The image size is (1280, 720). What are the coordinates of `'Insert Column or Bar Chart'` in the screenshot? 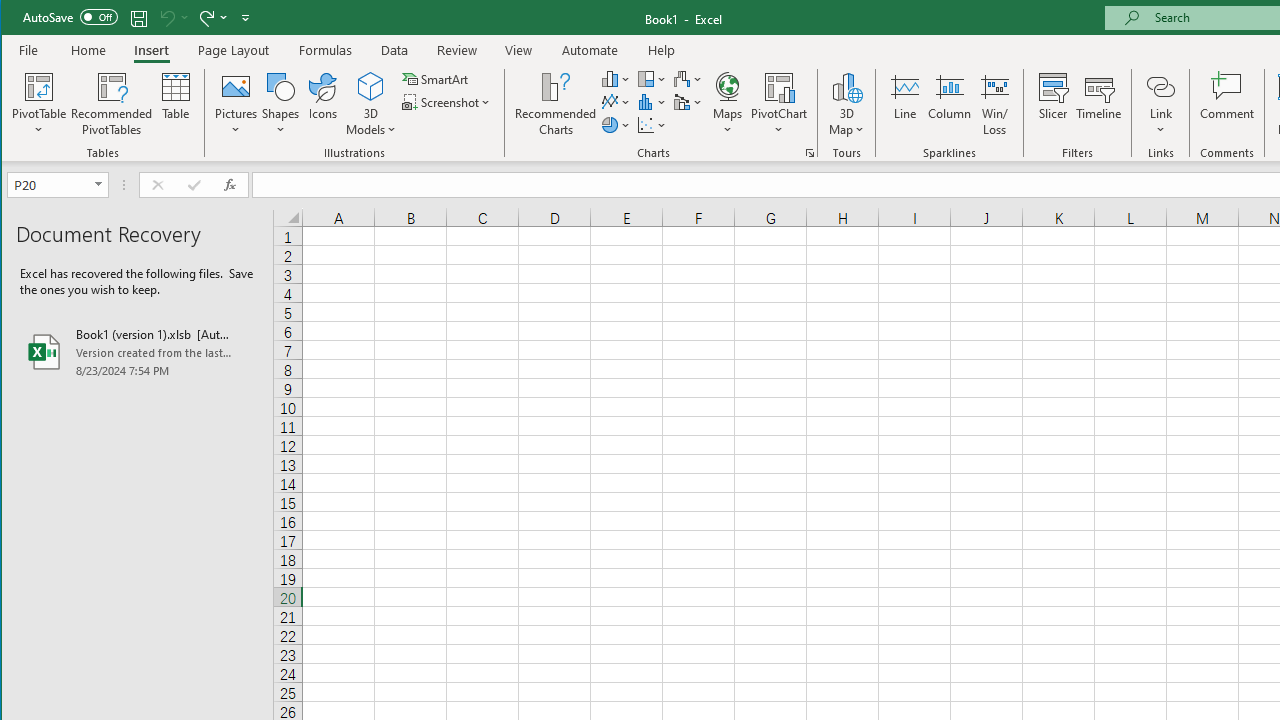 It's located at (615, 78).